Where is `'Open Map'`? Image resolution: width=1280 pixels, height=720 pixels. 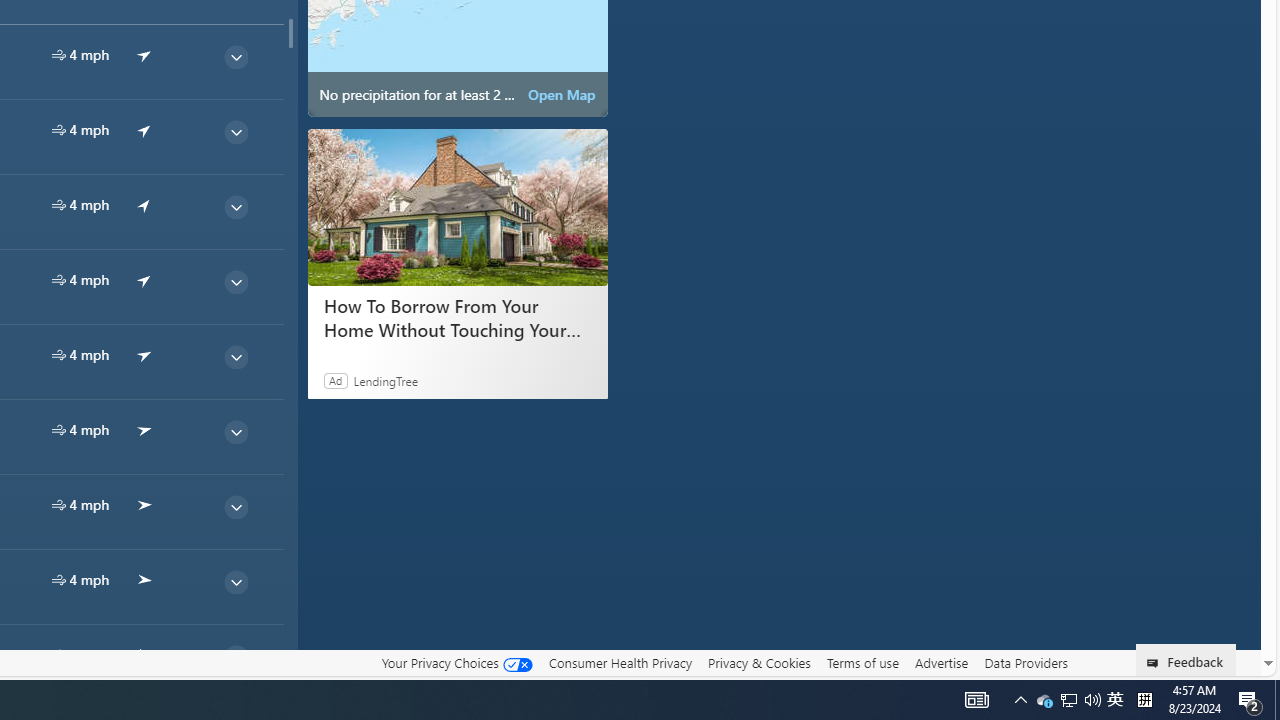 'Open Map' is located at coordinates (560, 95).